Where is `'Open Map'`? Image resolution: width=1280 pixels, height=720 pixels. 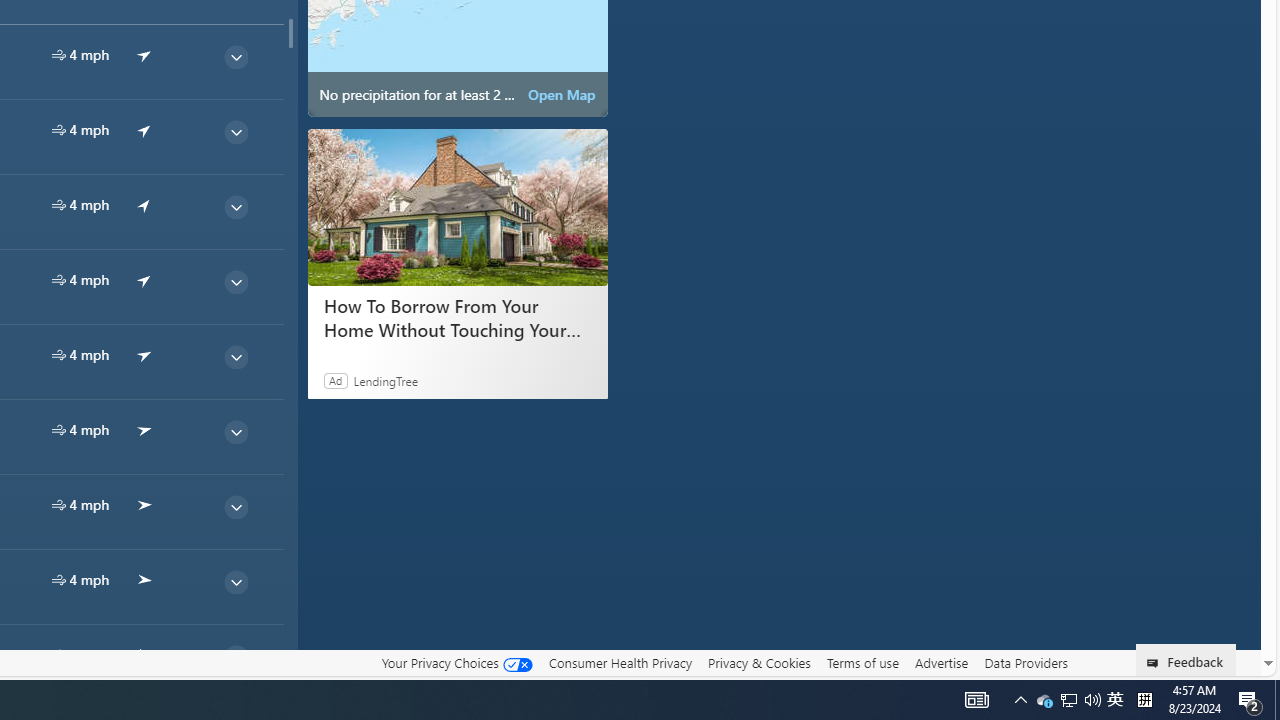 'Open Map' is located at coordinates (560, 95).